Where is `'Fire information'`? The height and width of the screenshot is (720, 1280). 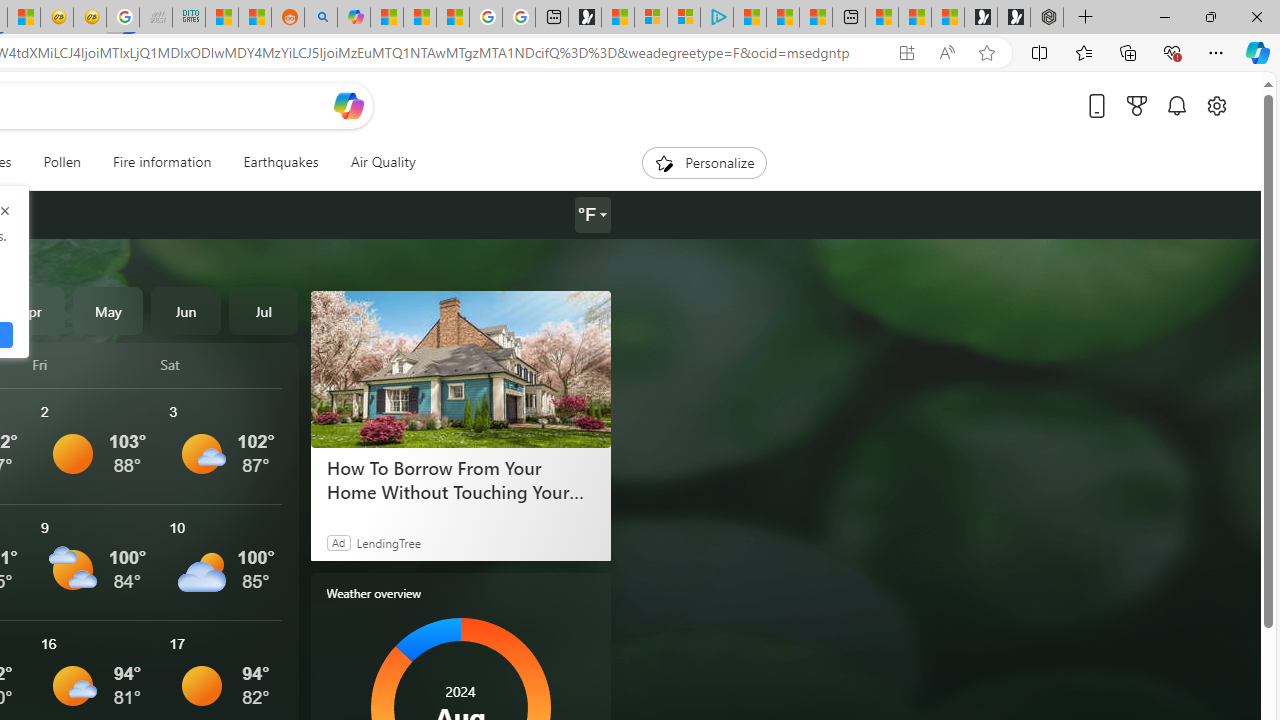
'Fire information' is located at coordinates (162, 162).